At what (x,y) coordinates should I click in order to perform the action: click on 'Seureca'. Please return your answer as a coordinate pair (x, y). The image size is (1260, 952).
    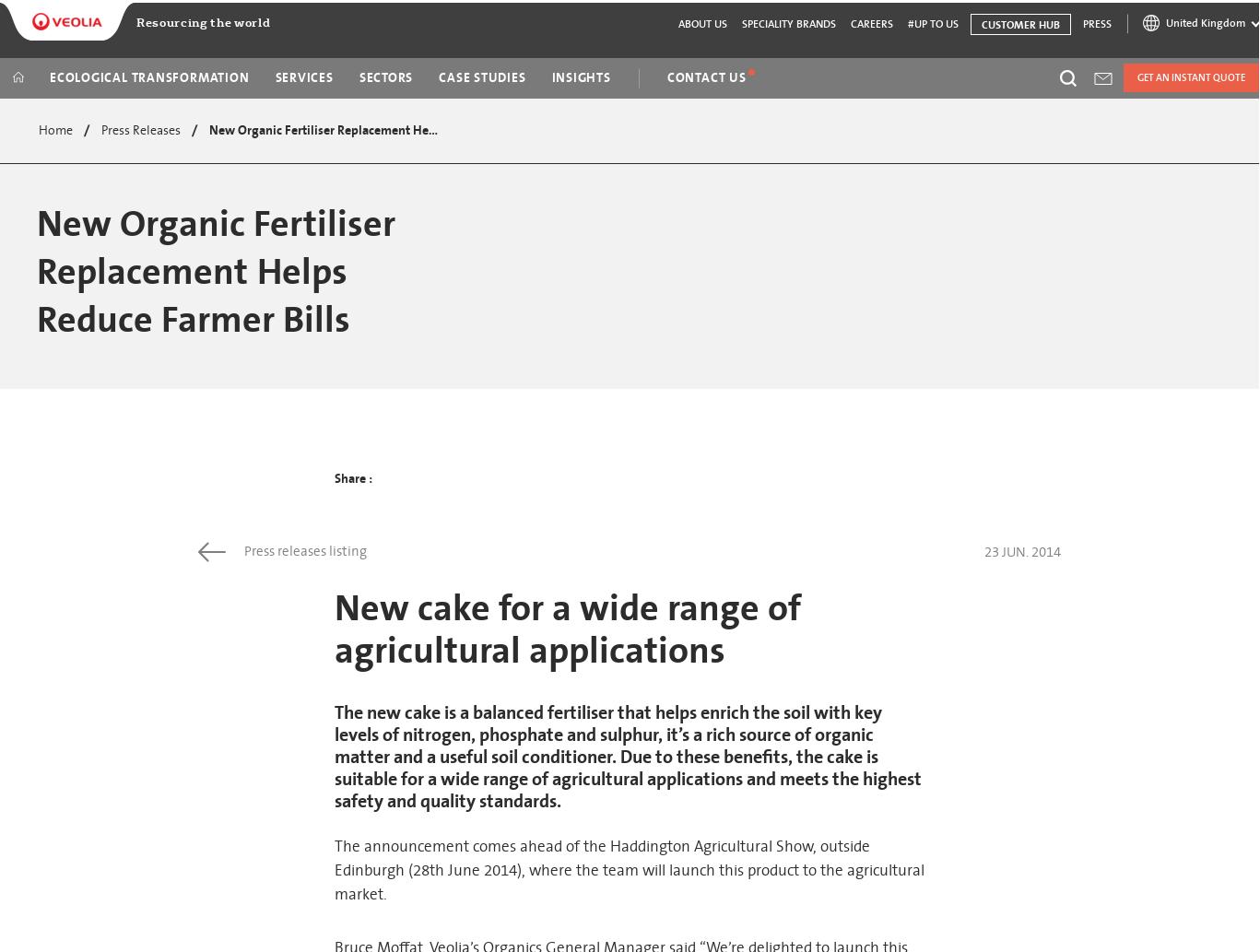
    Looking at the image, I should click on (963, 394).